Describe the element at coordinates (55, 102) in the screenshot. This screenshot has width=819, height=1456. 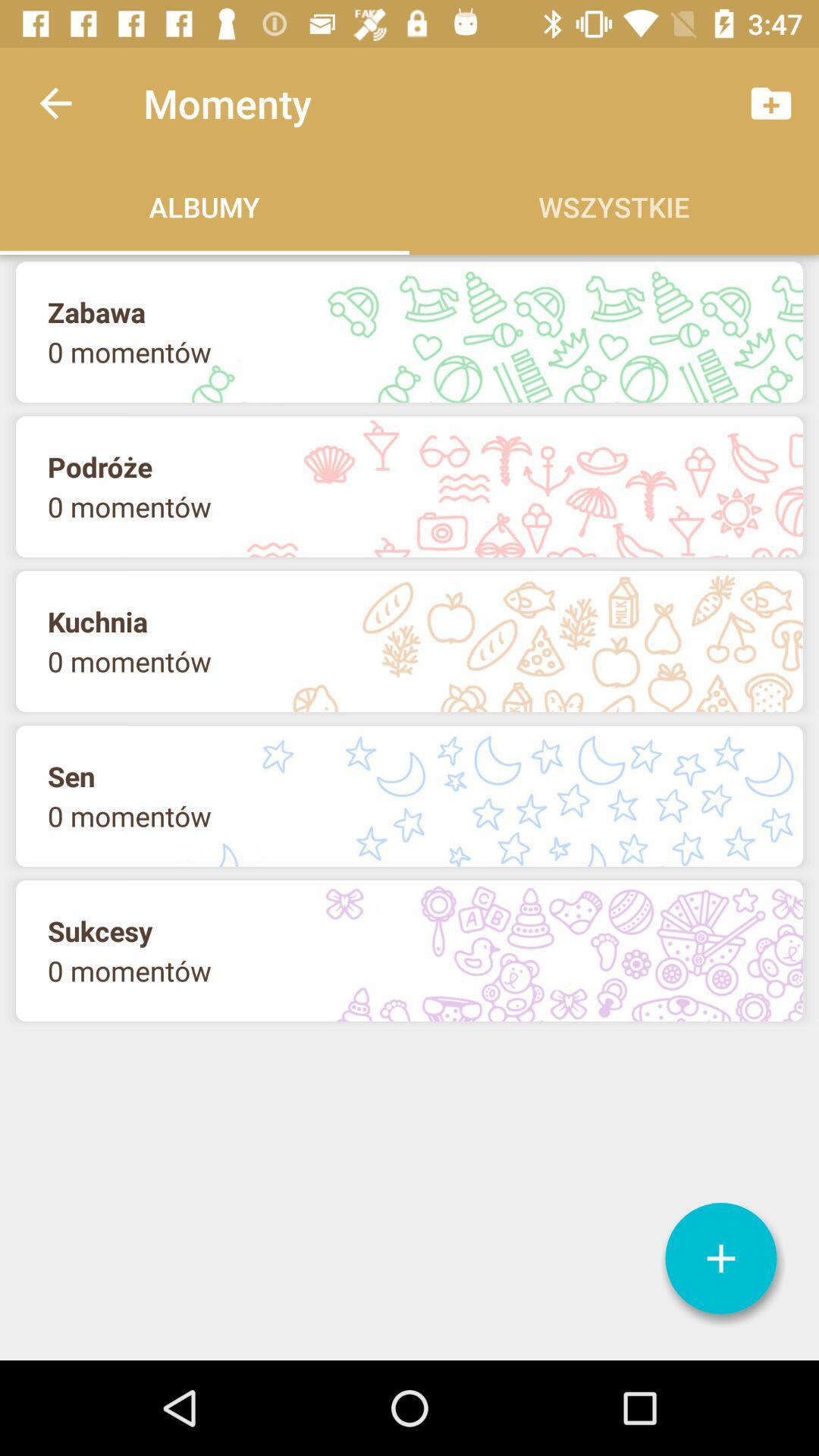
I see `the app to the left of the momenty icon` at that location.